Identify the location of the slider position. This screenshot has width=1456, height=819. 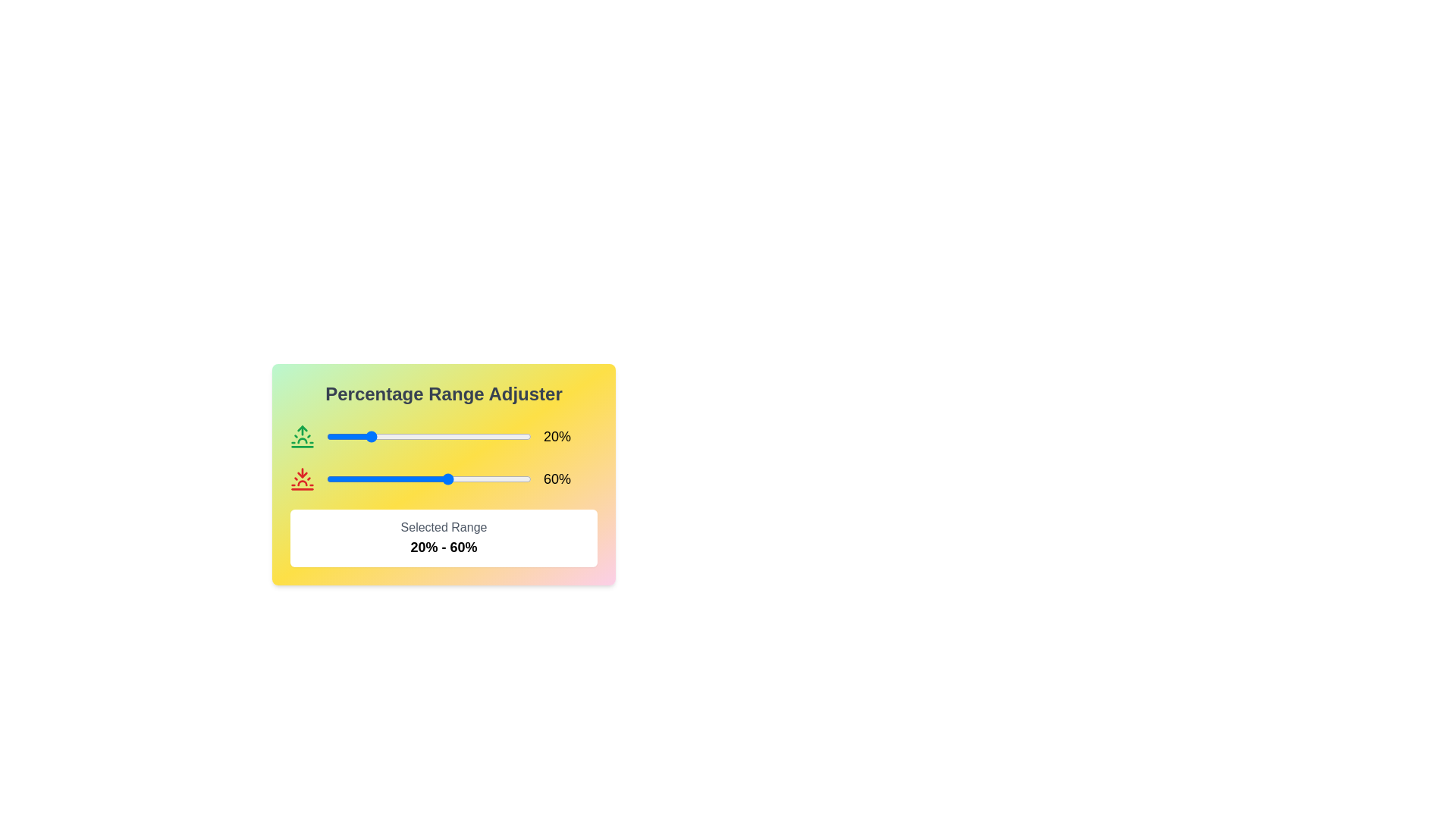
(500, 479).